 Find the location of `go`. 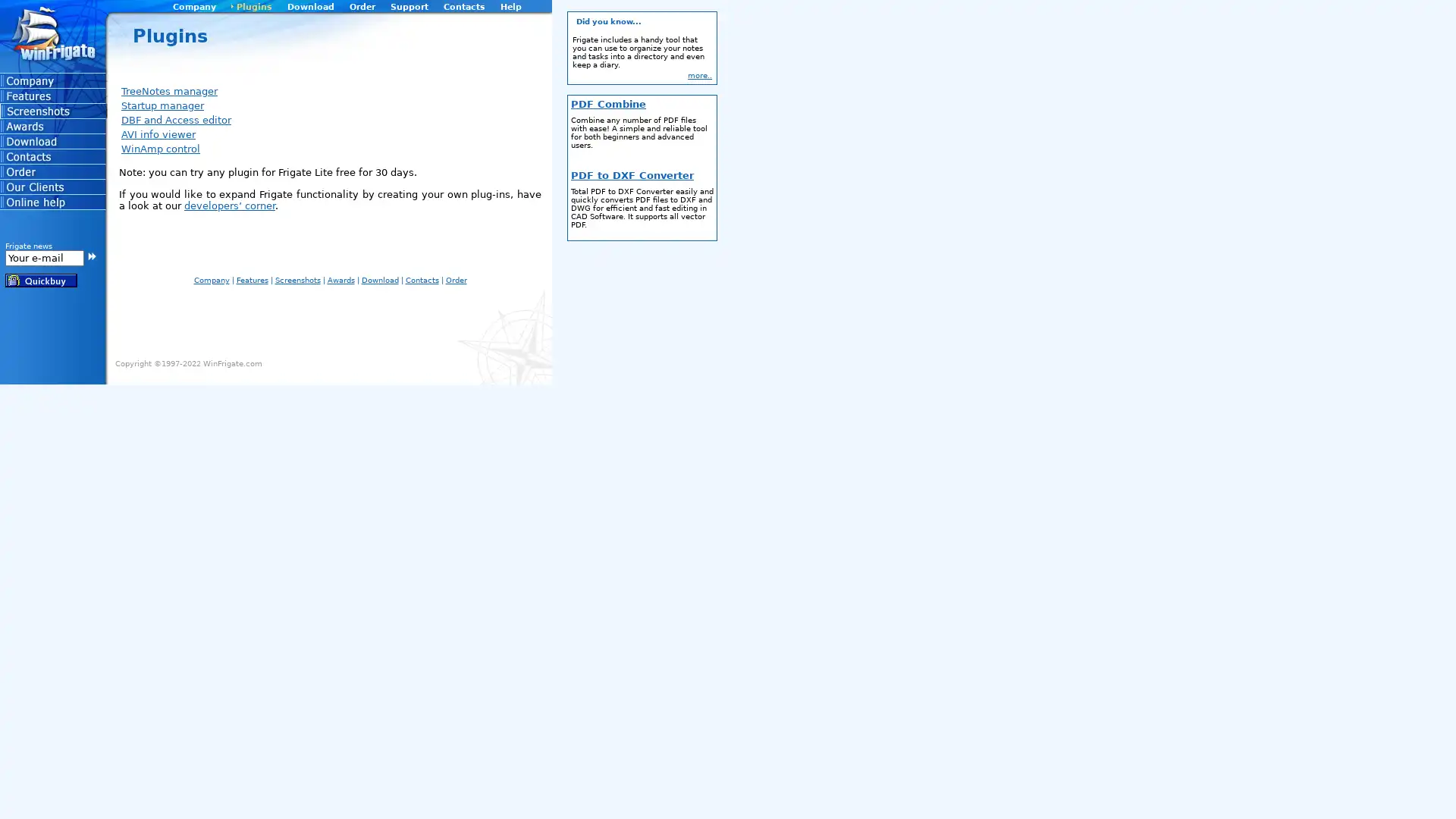

go is located at coordinates (91, 254).